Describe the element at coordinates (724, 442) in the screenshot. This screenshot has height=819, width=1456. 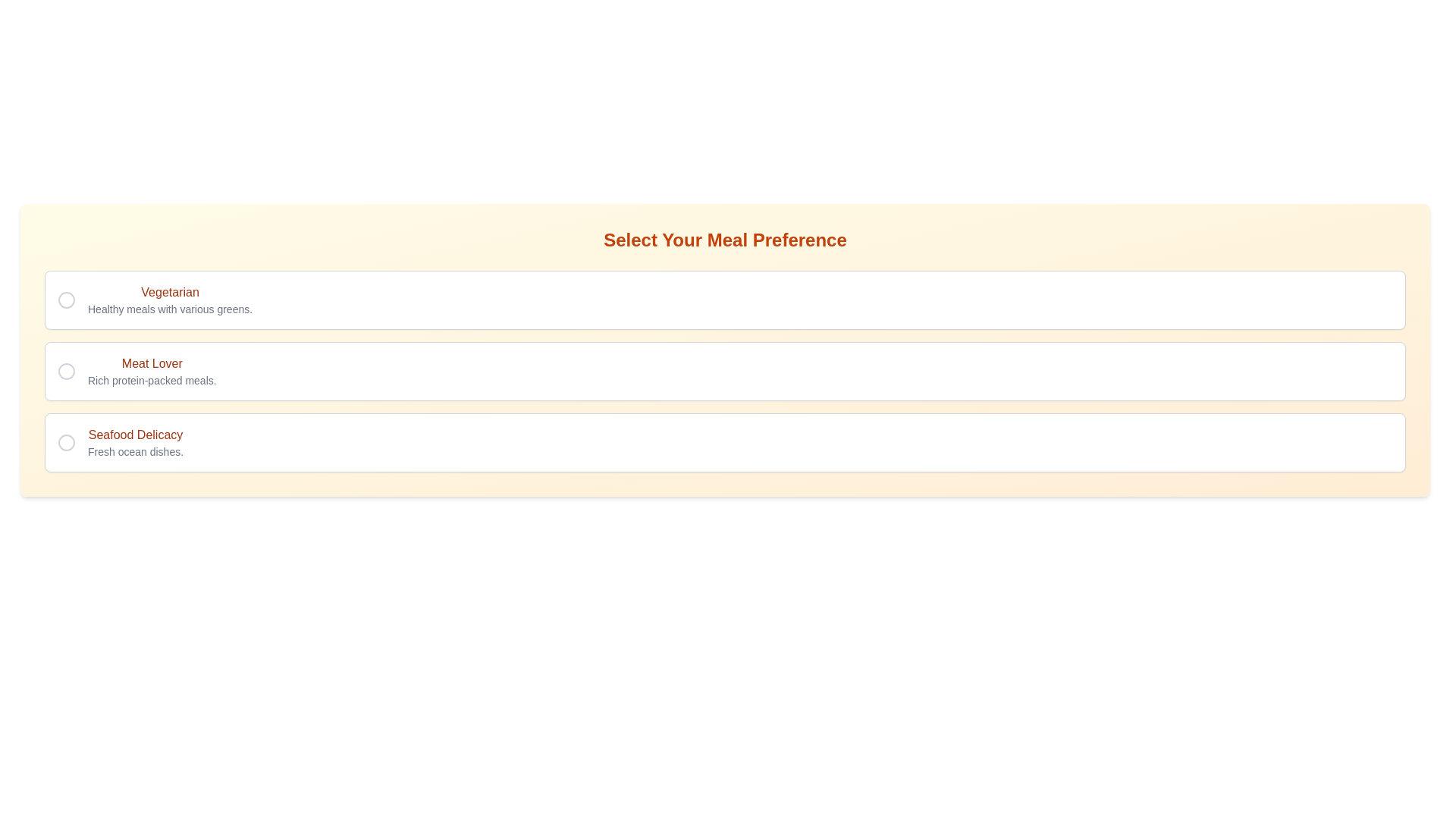
I see `the selectable card titled 'Seafood Delicacy' with a white background and an orange font, located as the third item in a vertical list` at that location.